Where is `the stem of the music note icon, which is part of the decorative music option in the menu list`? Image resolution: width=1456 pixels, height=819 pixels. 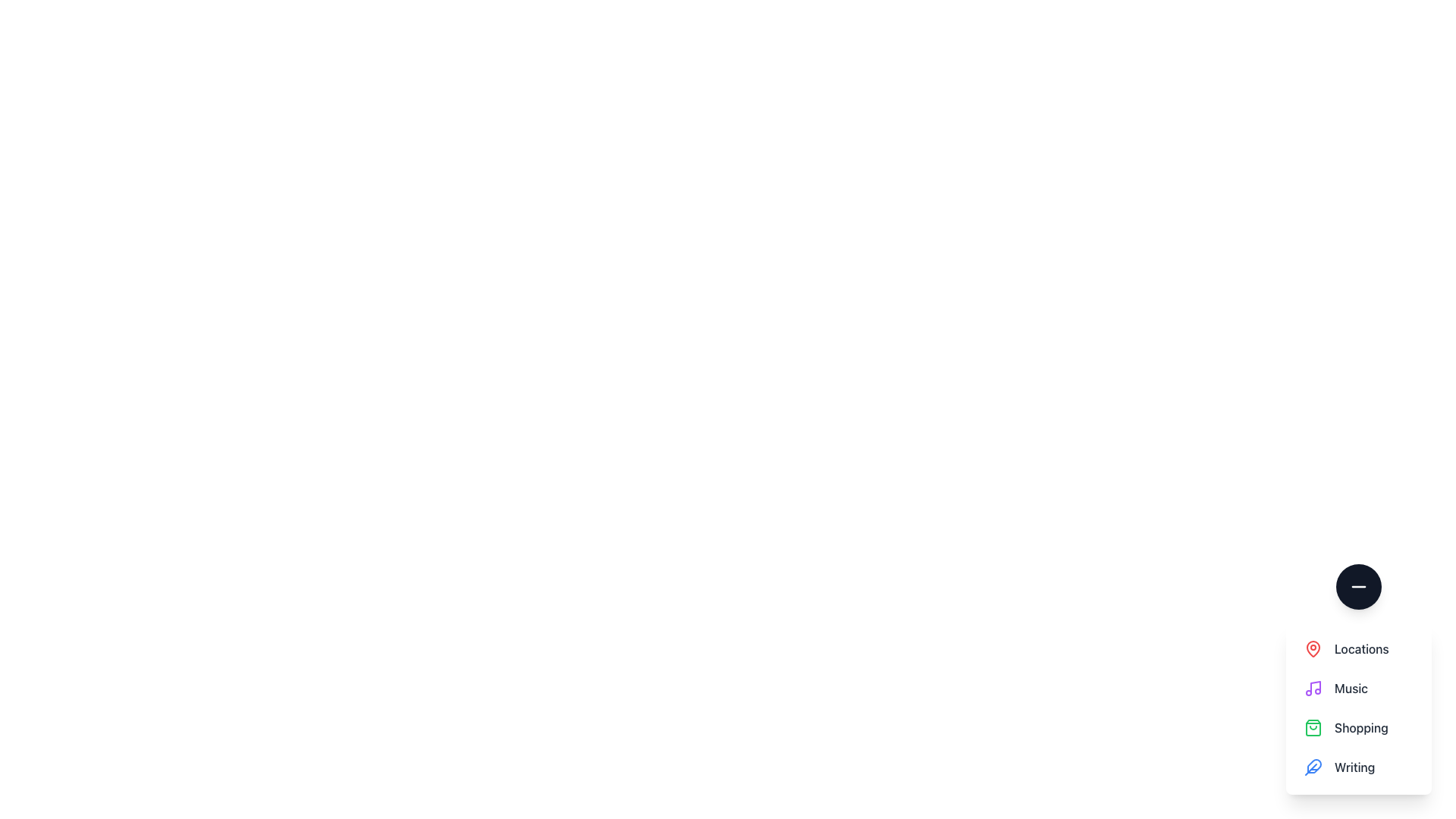
the stem of the music note icon, which is part of the decorative music option in the menu list is located at coordinates (1314, 687).